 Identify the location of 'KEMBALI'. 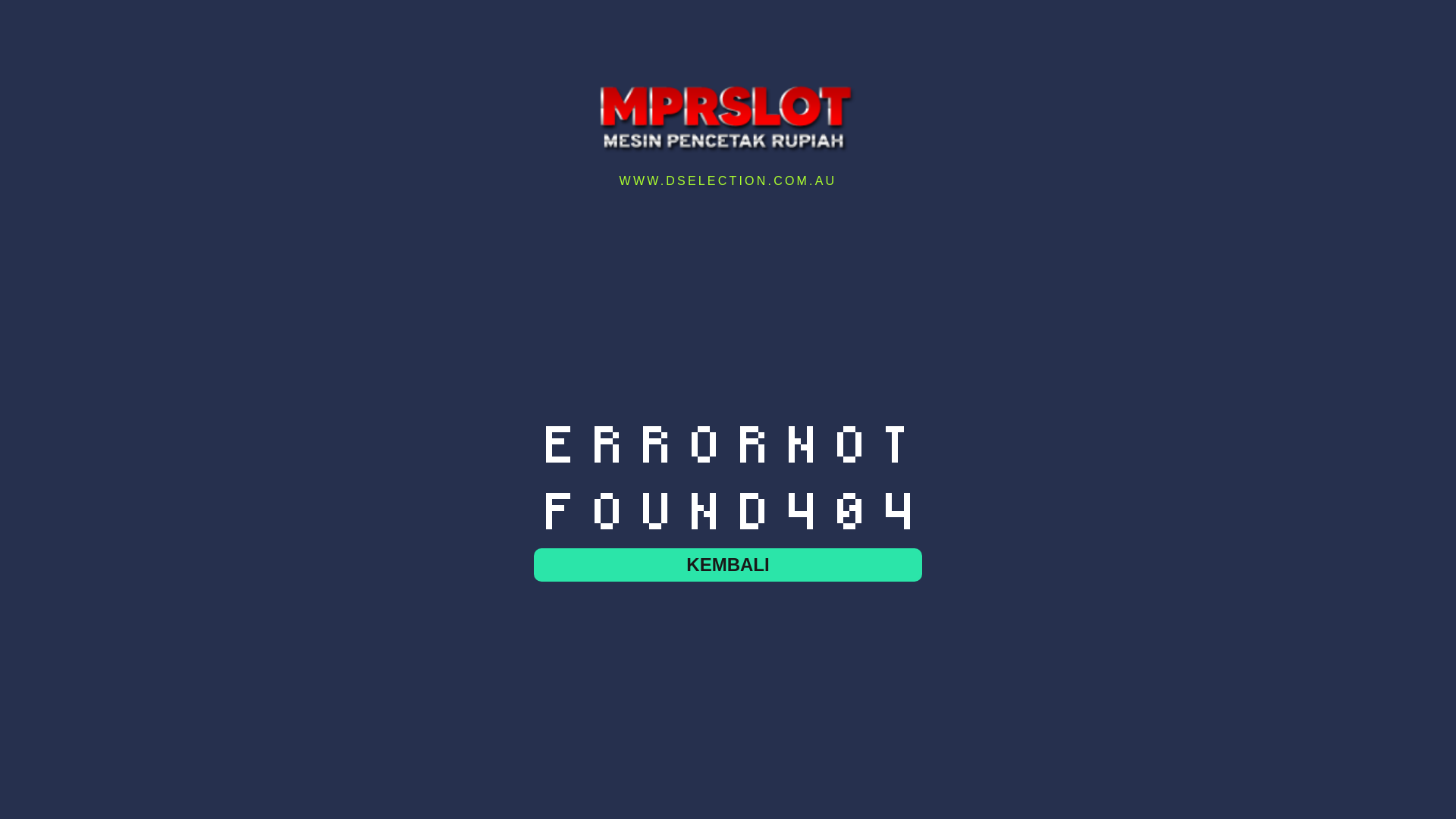
(728, 564).